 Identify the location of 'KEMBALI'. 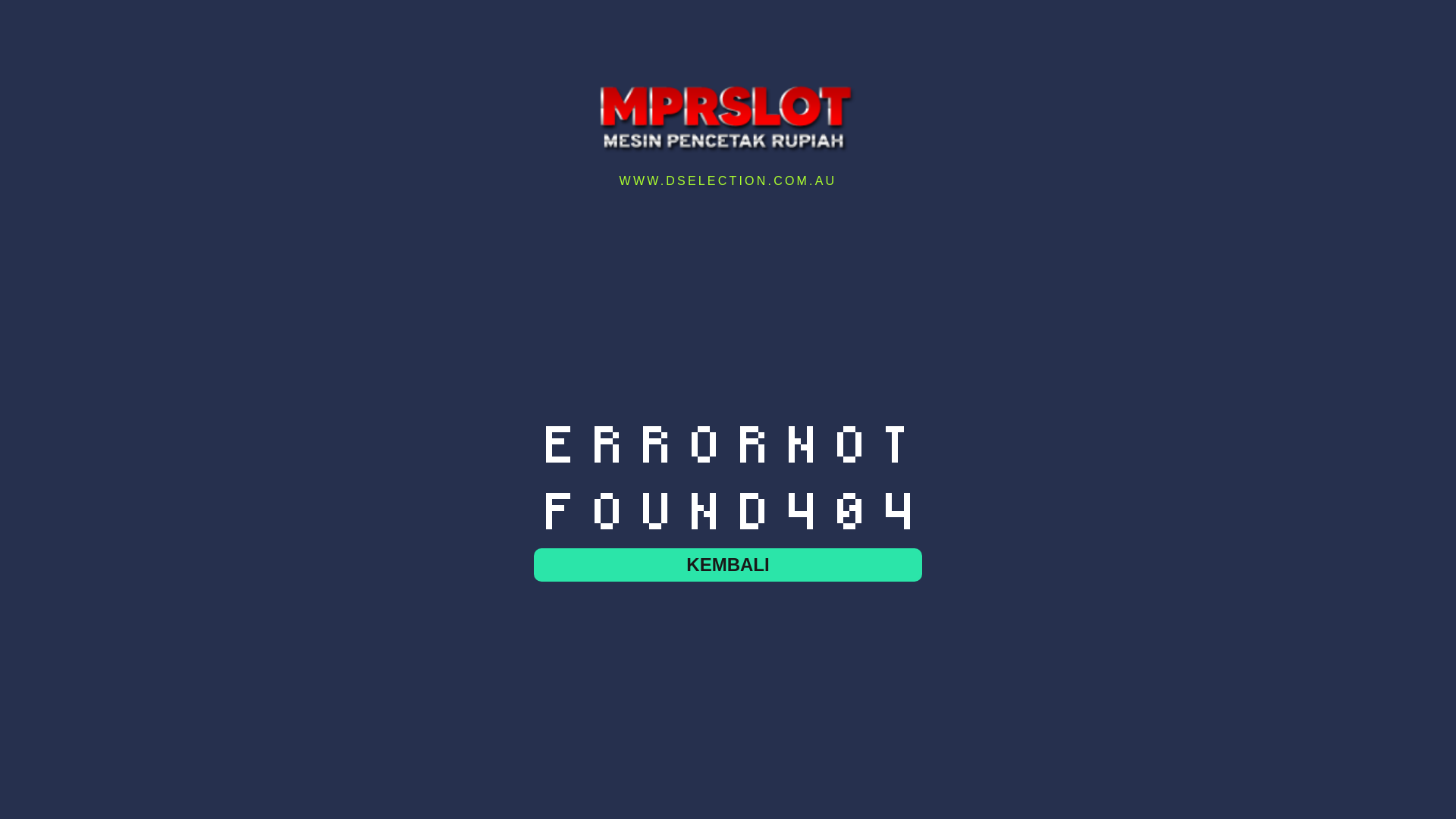
(728, 564).